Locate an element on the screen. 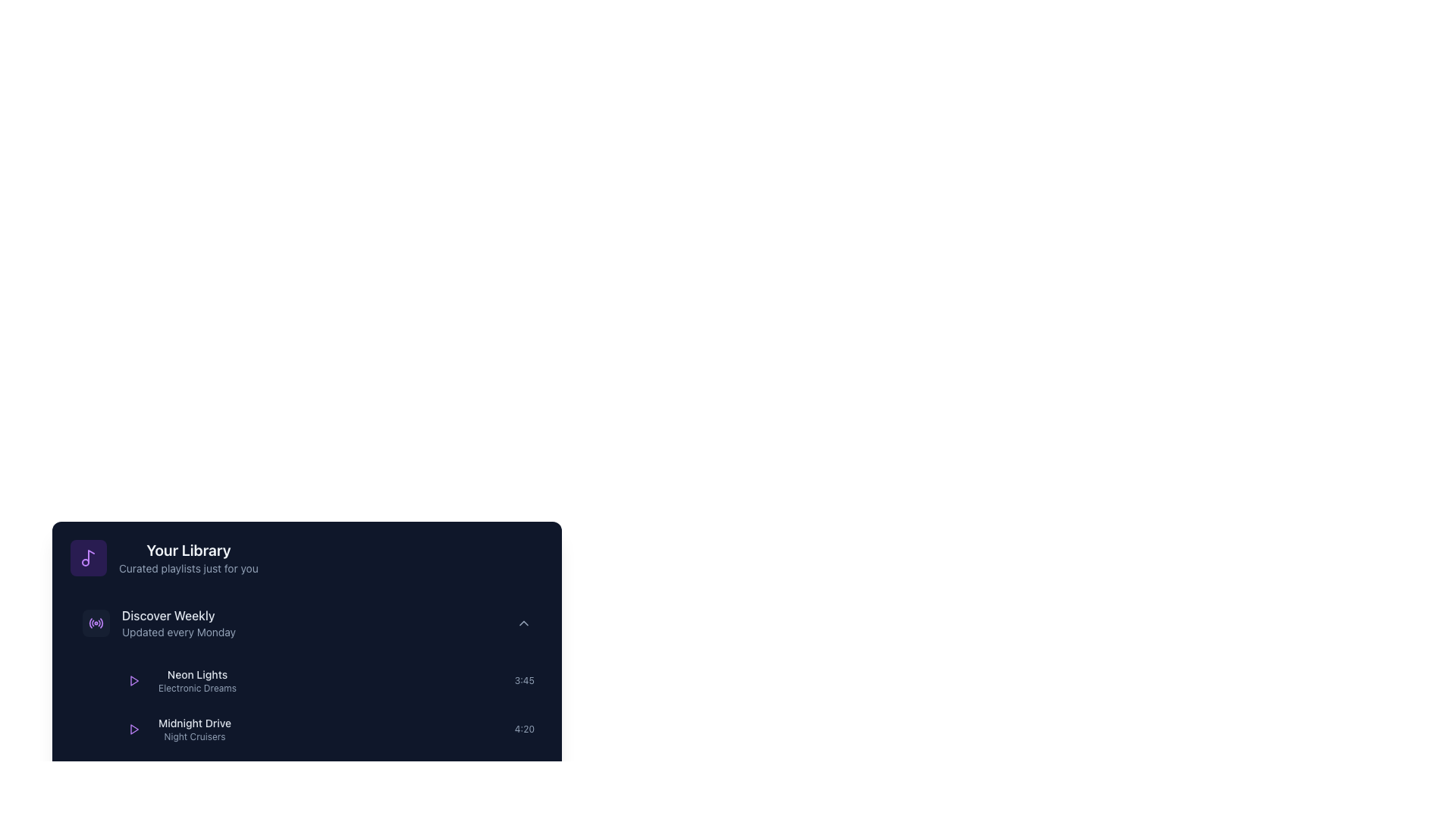 The height and width of the screenshot is (819, 1456). the clickable list item 'Midnight Drive' located in the lower section of the sidebar under 'Discover Weekly' is located at coordinates (194, 728).